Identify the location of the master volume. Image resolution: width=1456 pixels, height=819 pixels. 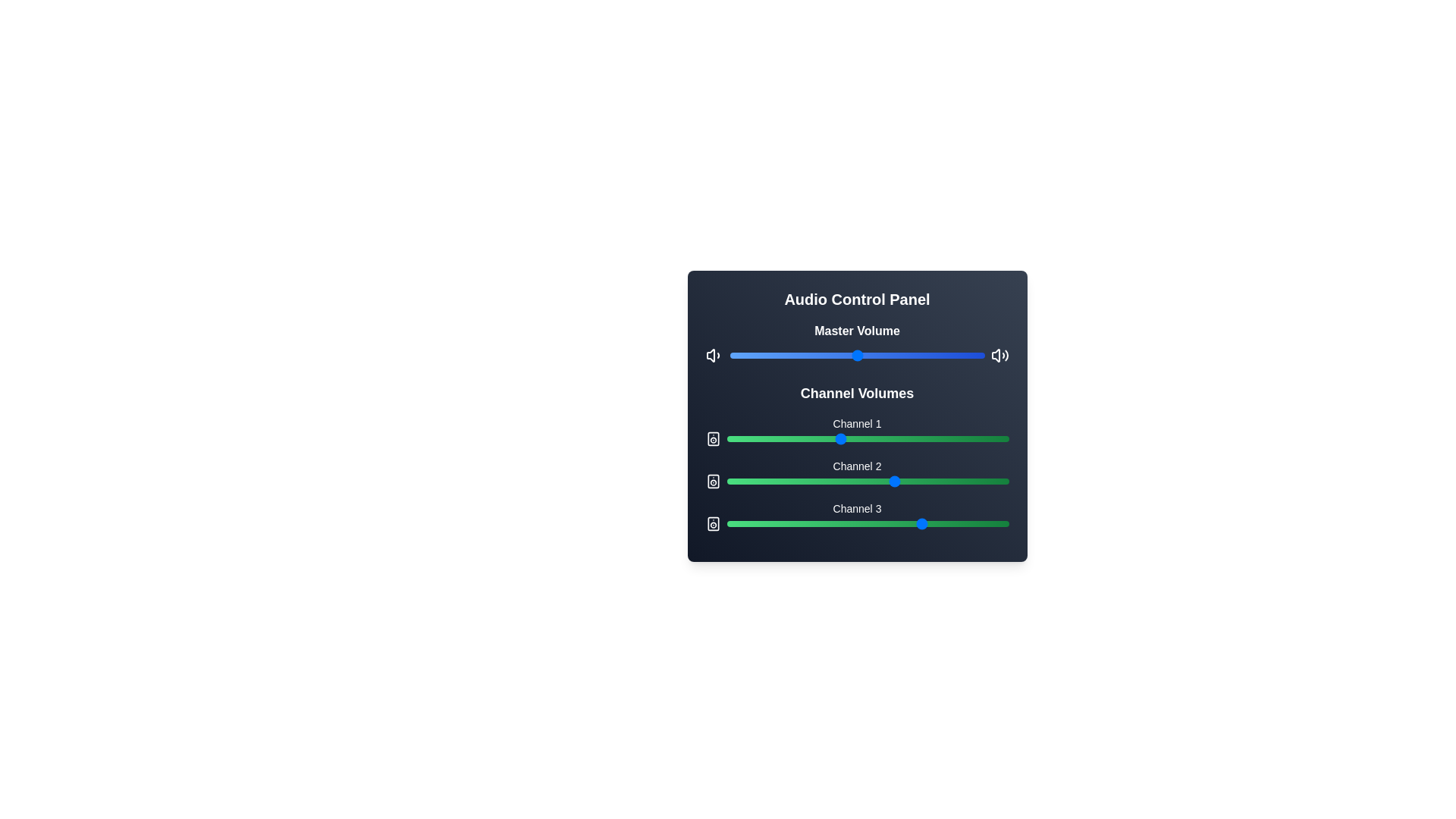
(773, 356).